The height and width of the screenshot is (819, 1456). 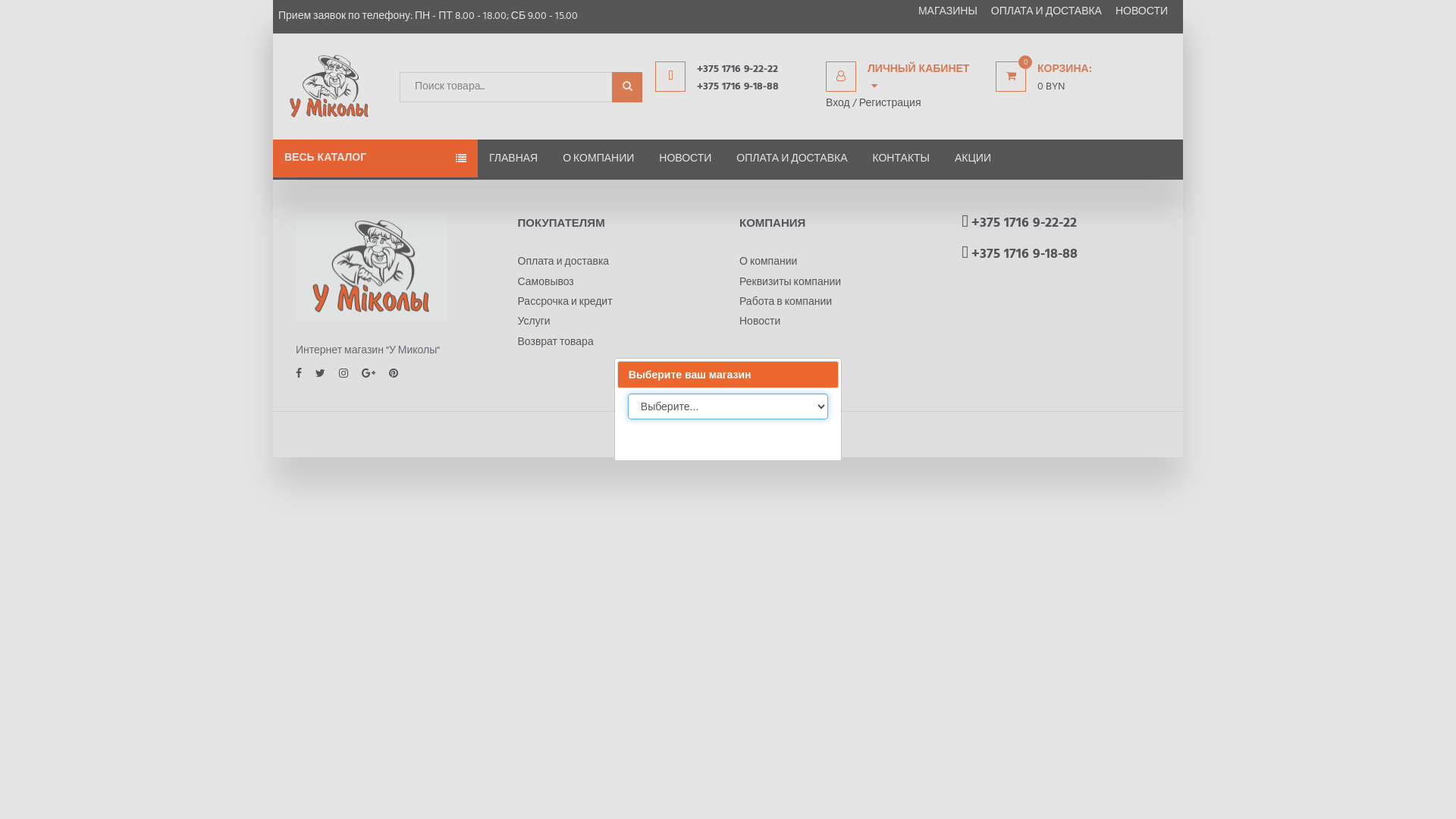 I want to click on '+375 1716 9-22-22', so click(x=695, y=70).